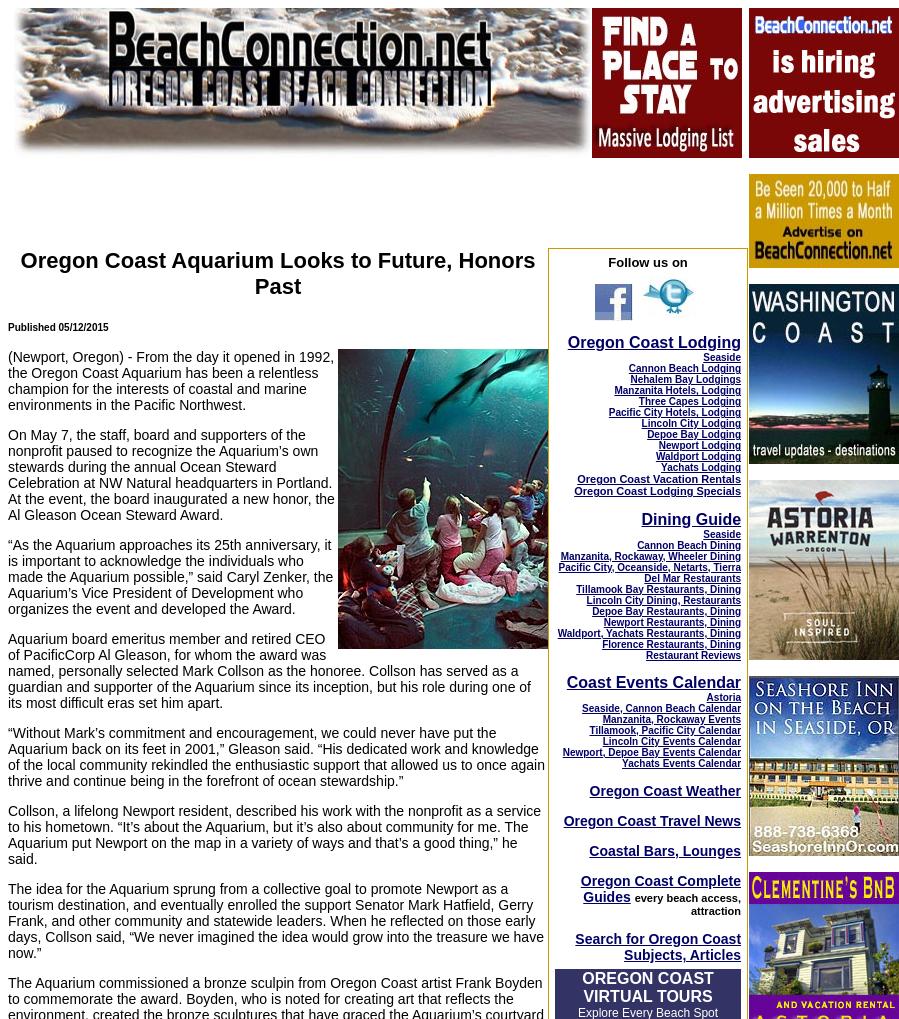 The height and width of the screenshot is (1019, 899). Describe the element at coordinates (651, 819) in the screenshot. I see `'Oregon 
            Coast Travel News'` at that location.